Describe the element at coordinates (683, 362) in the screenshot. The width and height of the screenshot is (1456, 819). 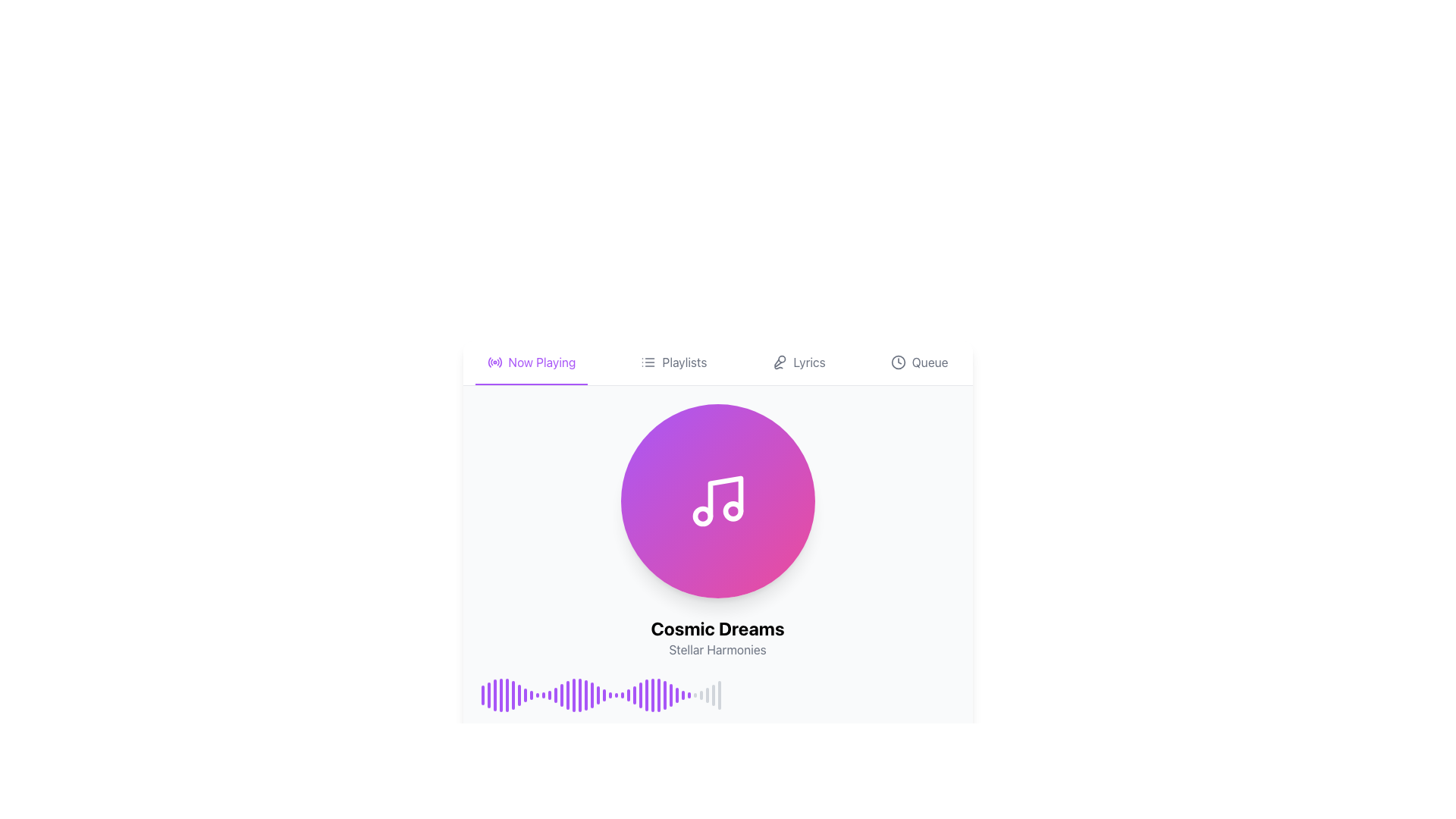
I see `the static text label indicating navigation to playlists, located to the right of the list icon in the navigation bar` at that location.